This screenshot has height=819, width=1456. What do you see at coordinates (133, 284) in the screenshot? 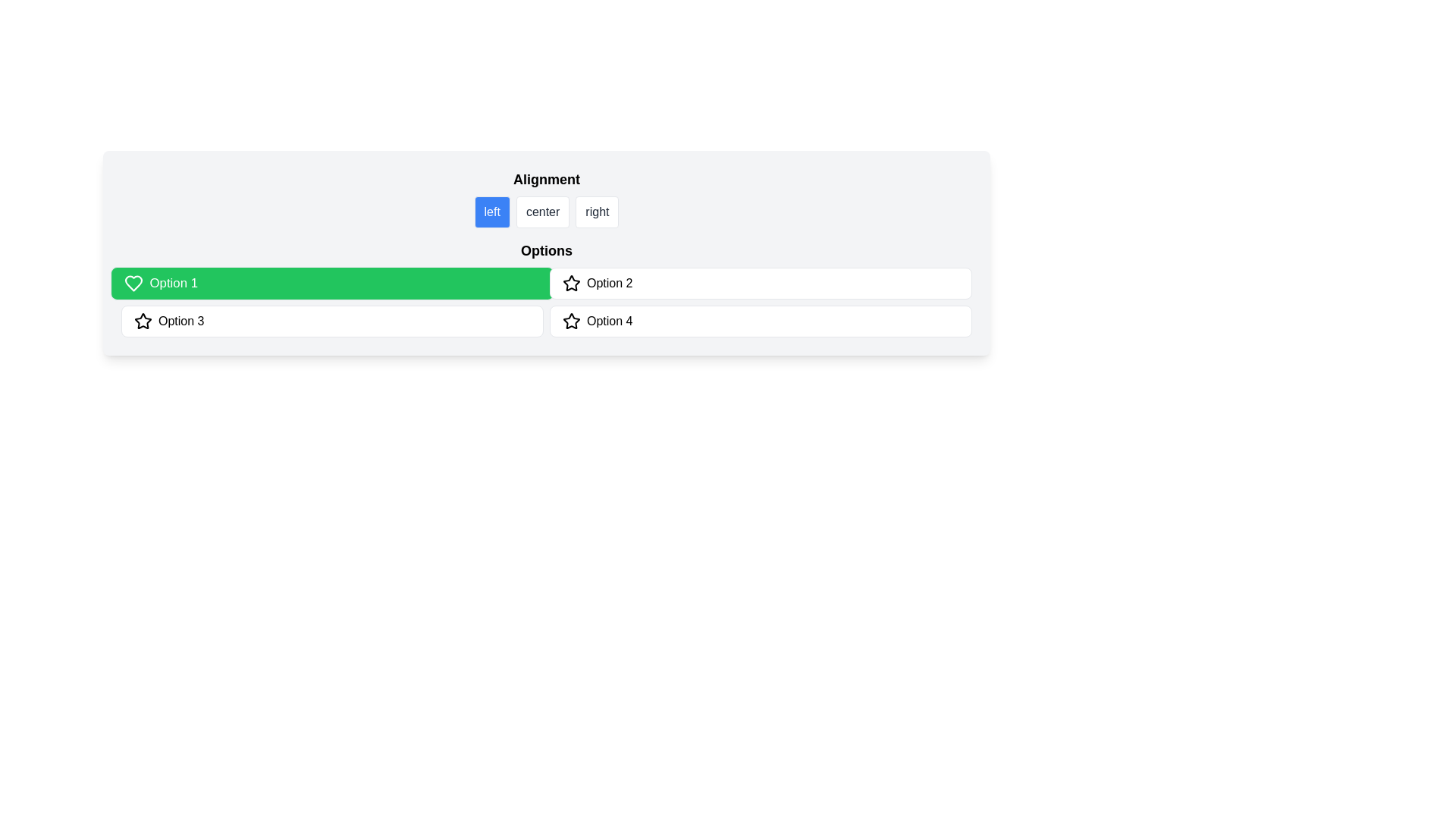
I see `the heart-shaped icon inside the button labeled 'Option 1' to prepare for keyboard input interaction` at bounding box center [133, 284].